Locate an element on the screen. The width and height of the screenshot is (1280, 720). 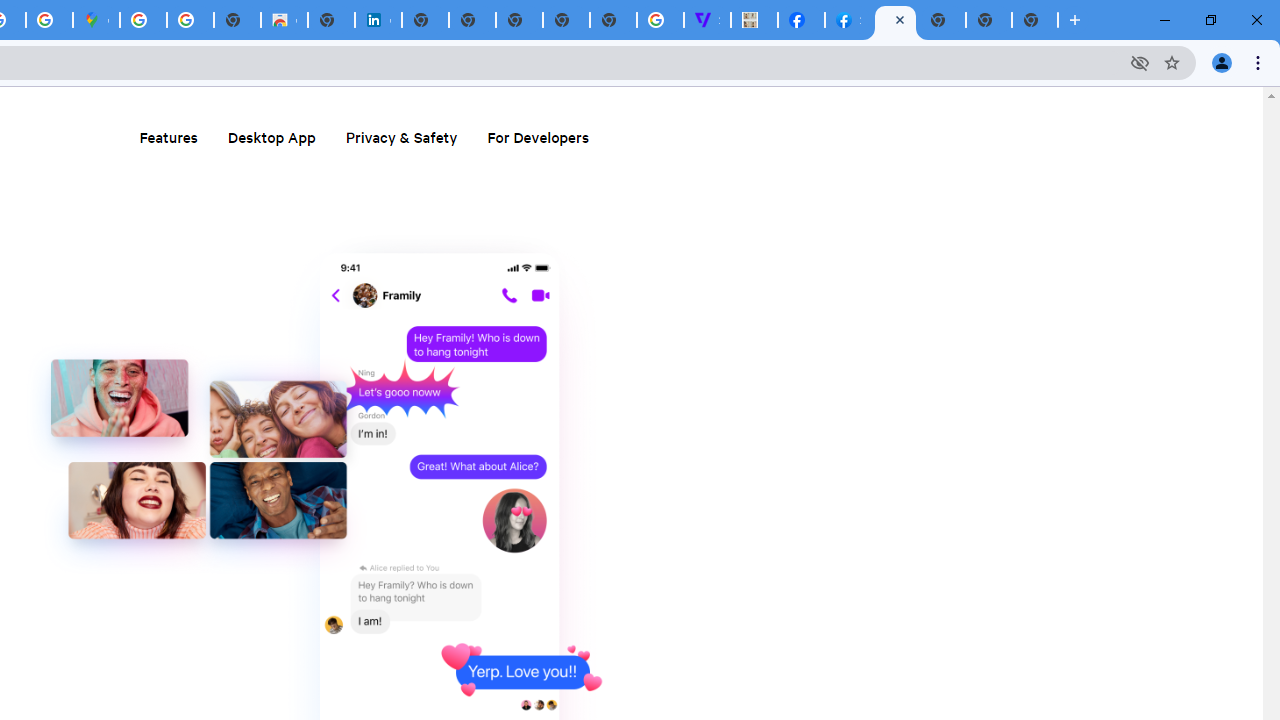
'Privacy & Safety' is located at coordinates (400, 135).